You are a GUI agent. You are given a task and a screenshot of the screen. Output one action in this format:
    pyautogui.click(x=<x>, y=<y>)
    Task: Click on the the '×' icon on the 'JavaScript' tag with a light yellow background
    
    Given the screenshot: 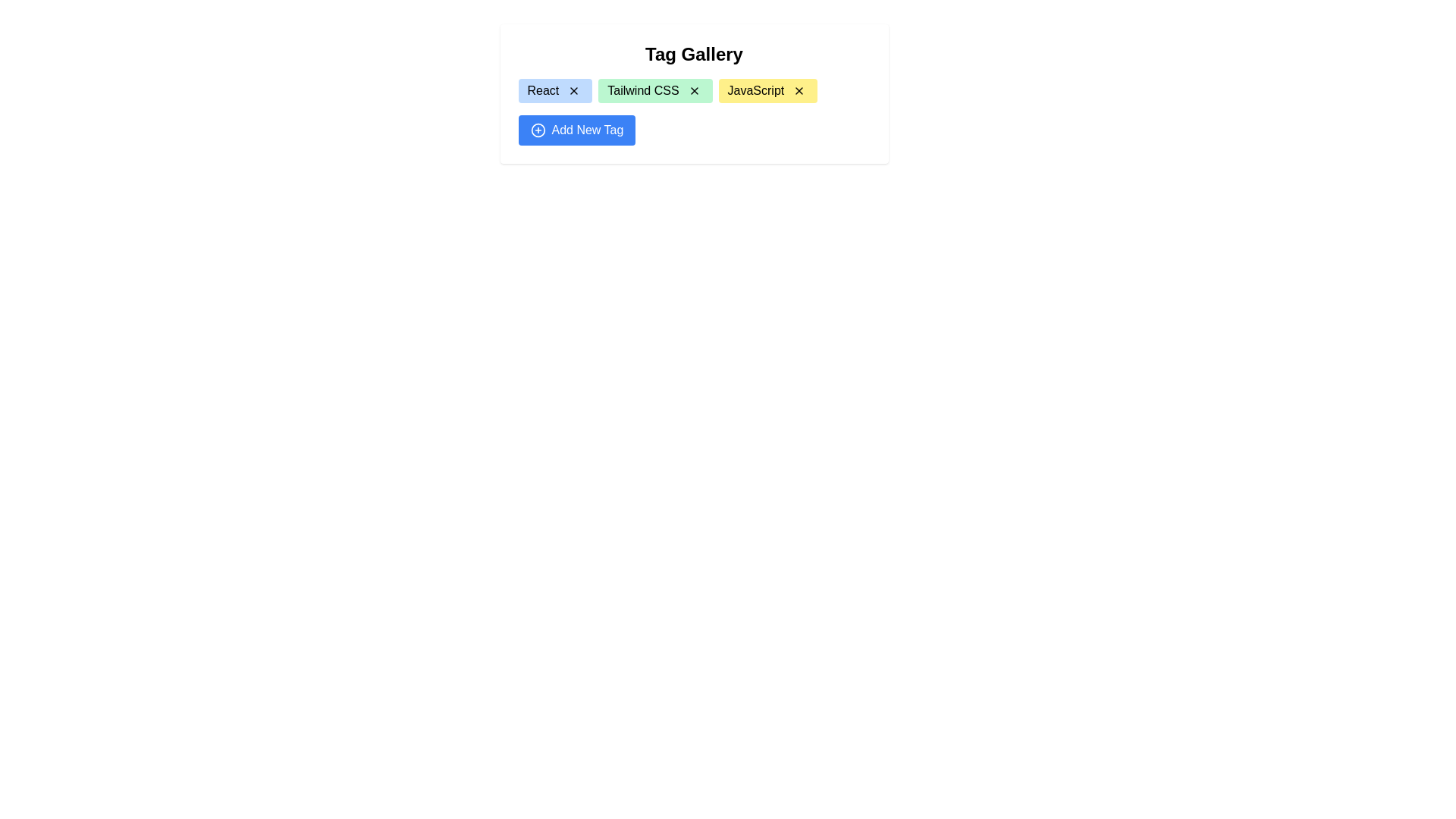 What is the action you would take?
    pyautogui.click(x=767, y=90)
    